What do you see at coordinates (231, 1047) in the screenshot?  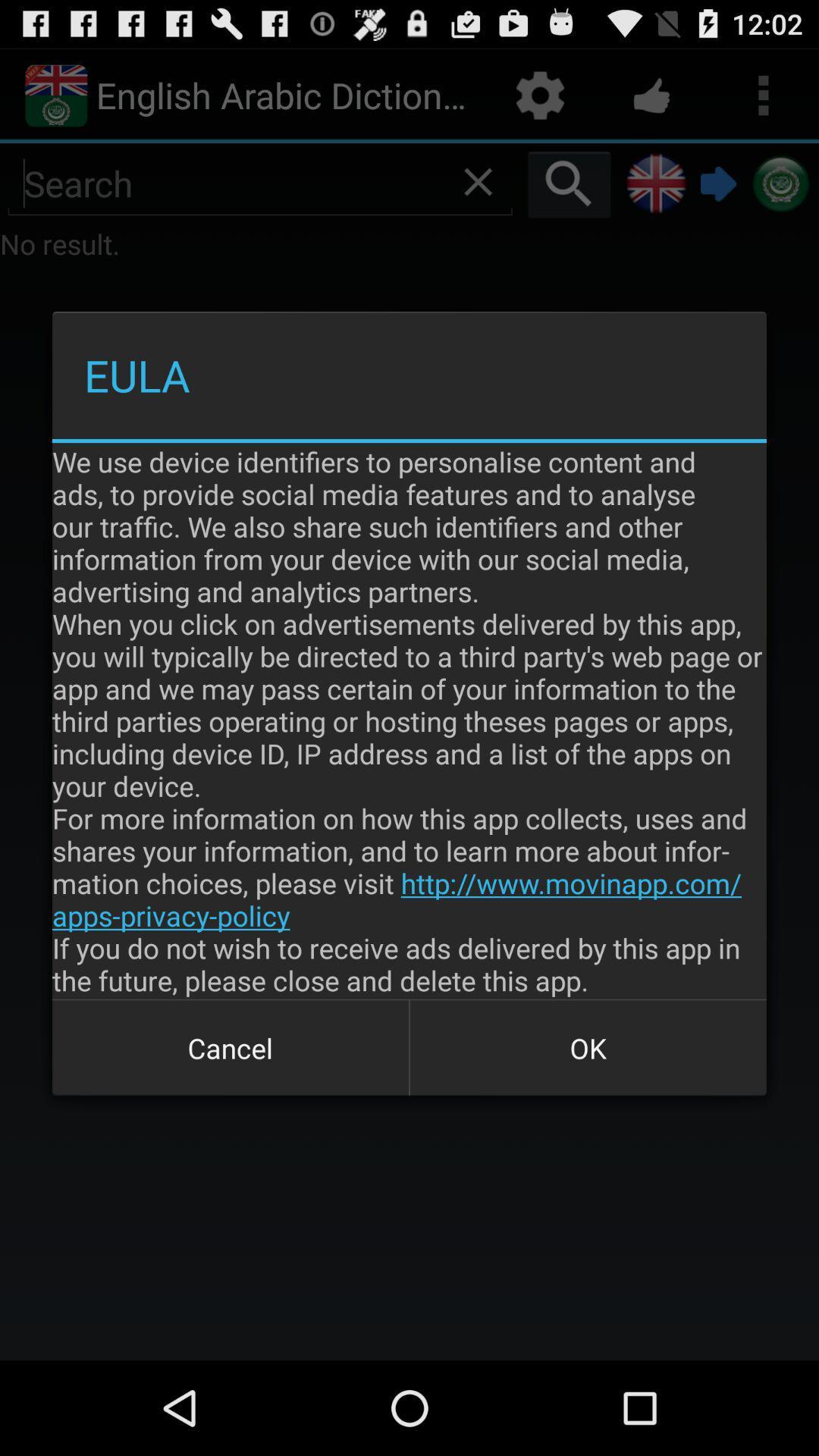 I see `item to the left of the ok button` at bounding box center [231, 1047].